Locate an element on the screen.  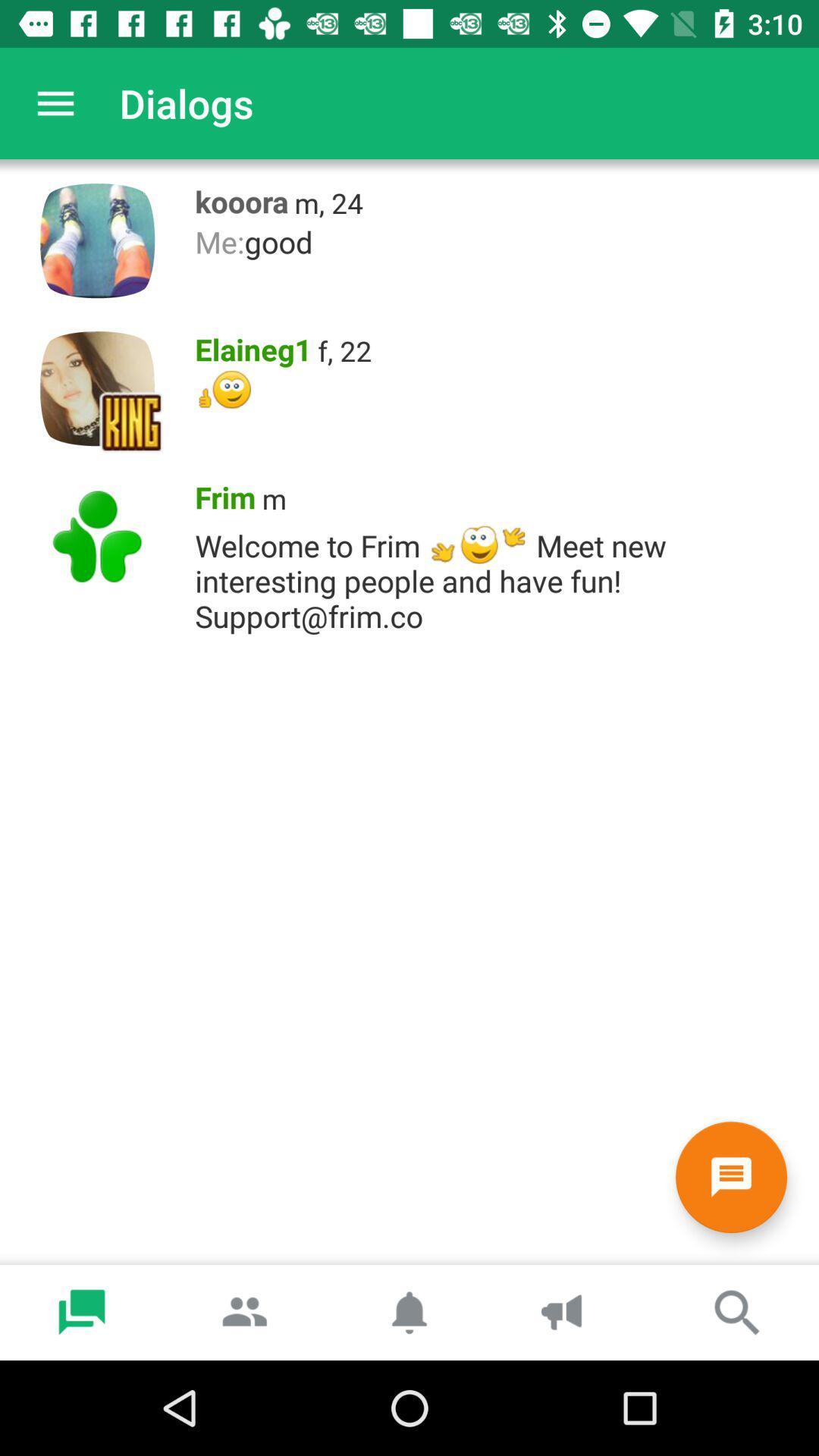
item next to the f, 22 item is located at coordinates (247, 345).